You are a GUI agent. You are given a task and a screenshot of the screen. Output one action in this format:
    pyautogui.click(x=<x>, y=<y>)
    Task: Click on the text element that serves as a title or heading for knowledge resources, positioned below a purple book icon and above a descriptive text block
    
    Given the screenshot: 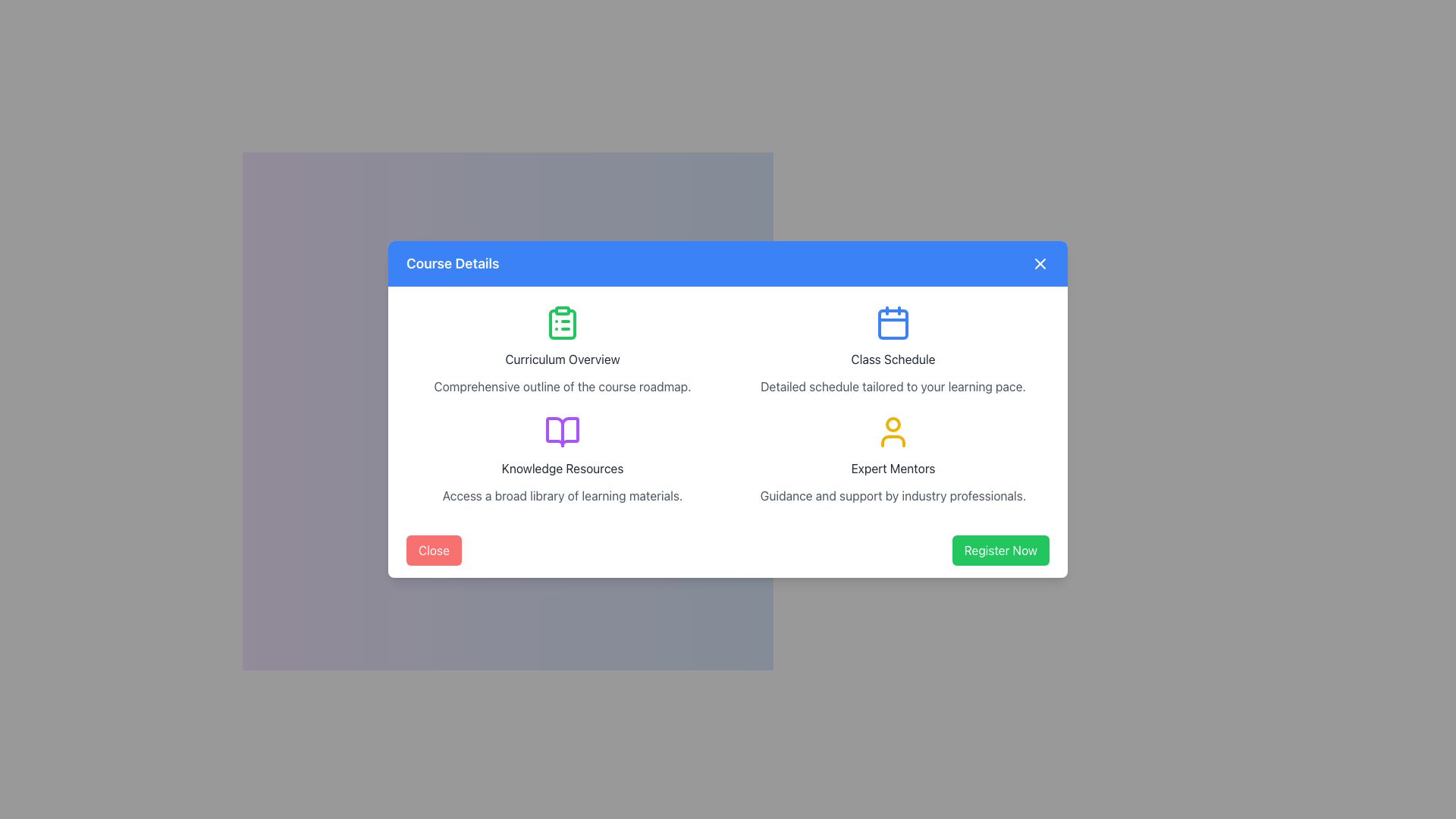 What is the action you would take?
    pyautogui.click(x=562, y=467)
    